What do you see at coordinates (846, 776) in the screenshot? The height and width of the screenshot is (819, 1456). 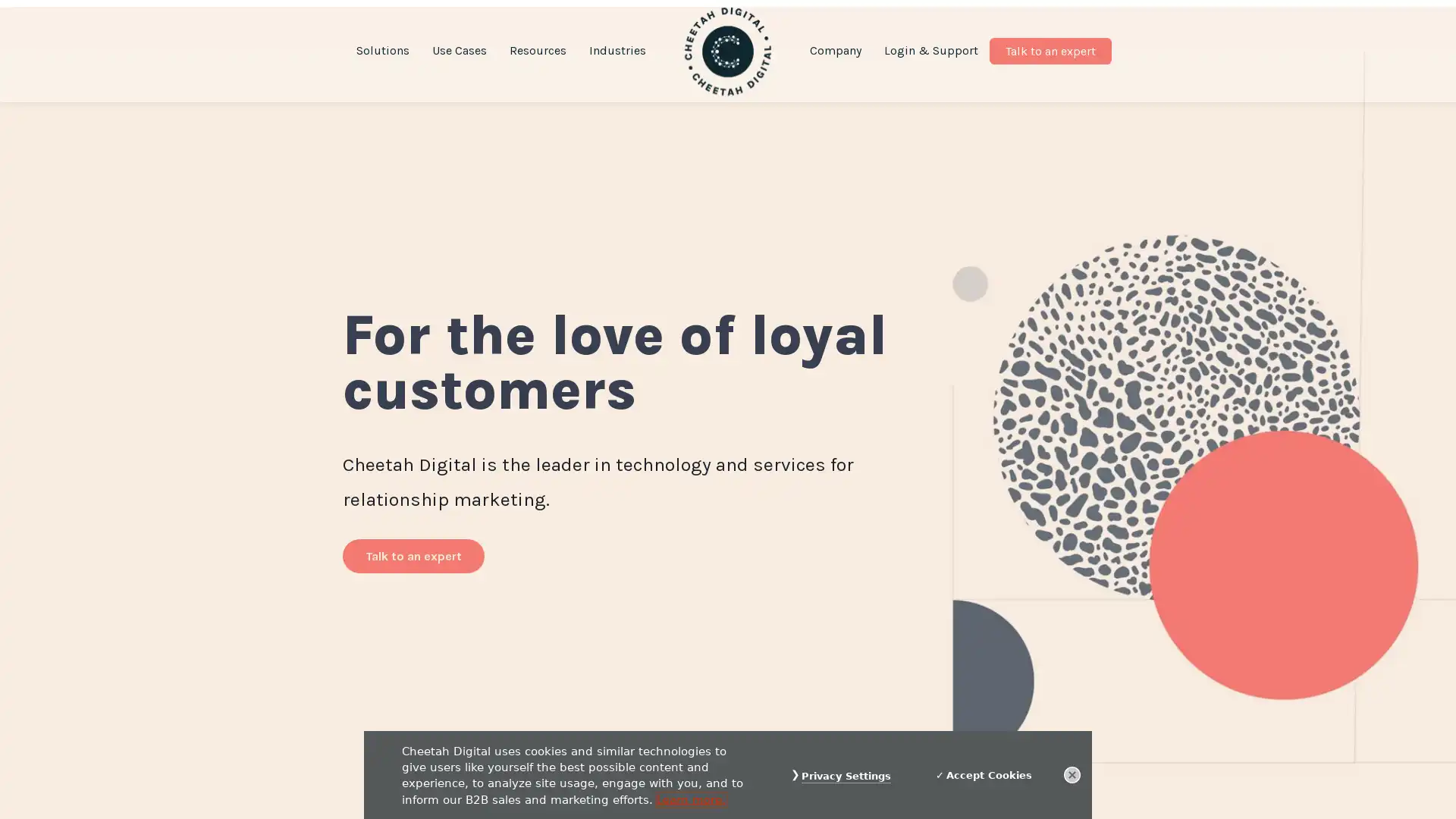 I see `Privacy Settings` at bounding box center [846, 776].